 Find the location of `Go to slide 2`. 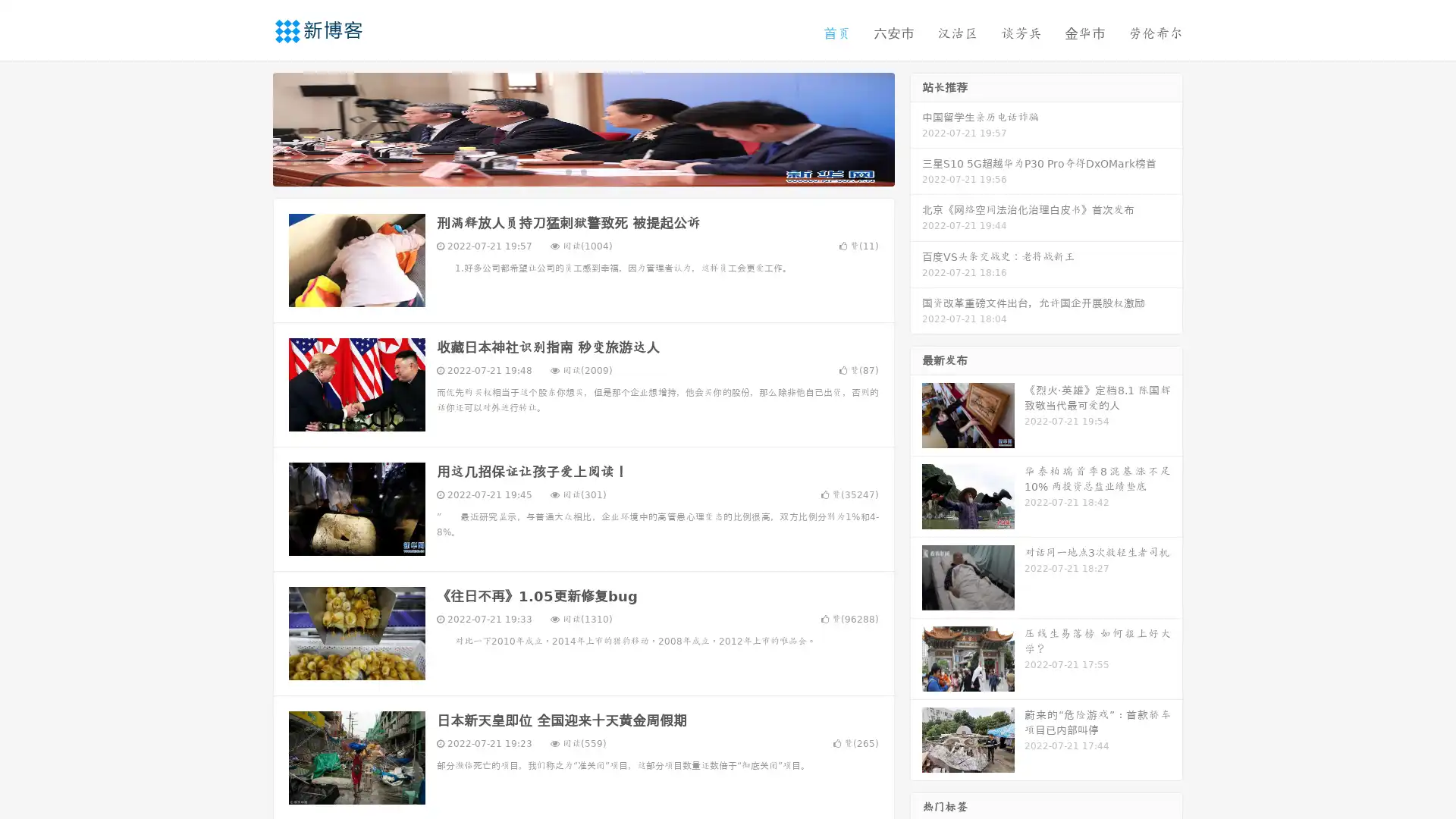

Go to slide 2 is located at coordinates (582, 171).